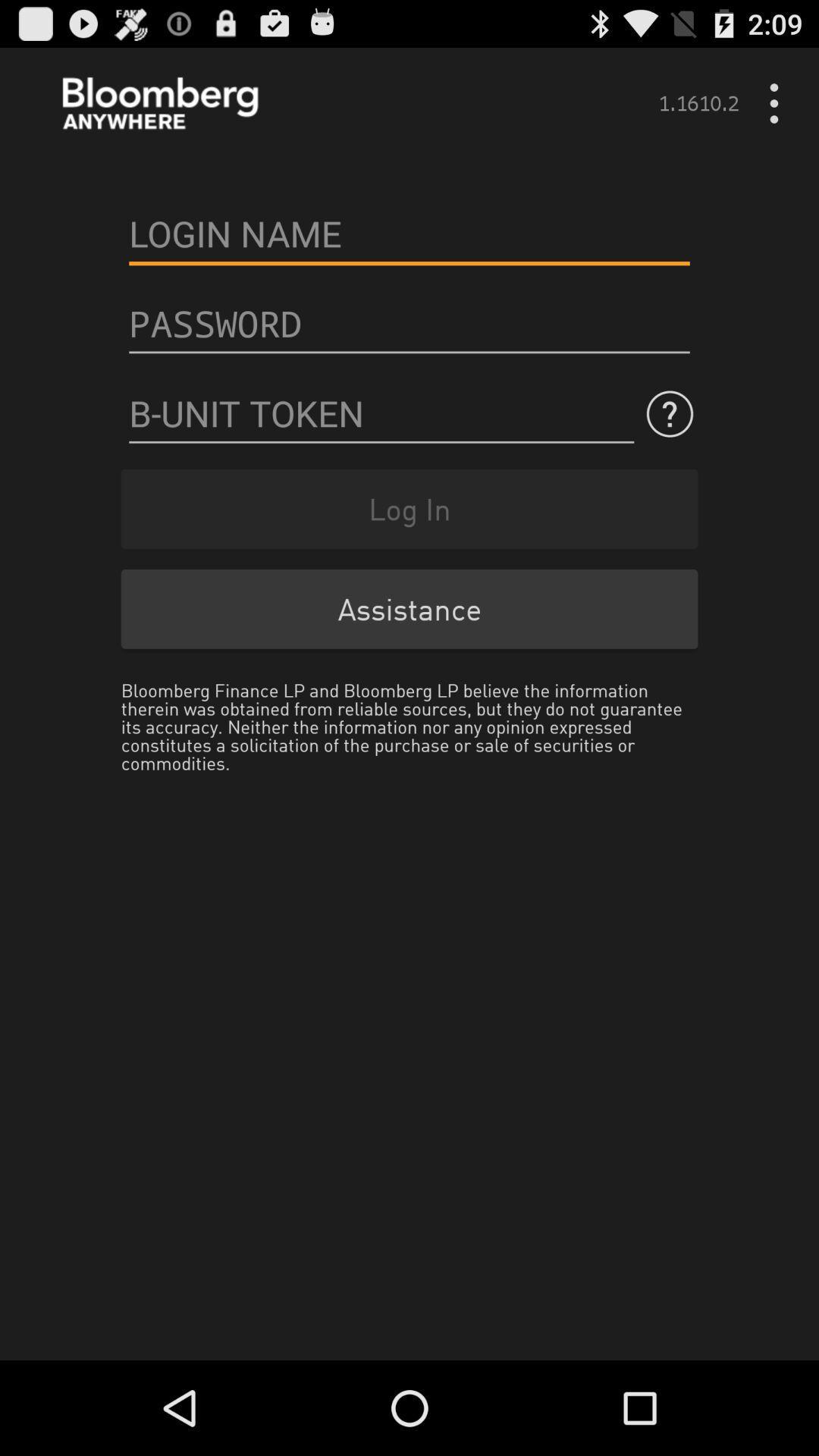  I want to click on b-unit token, so click(381, 414).